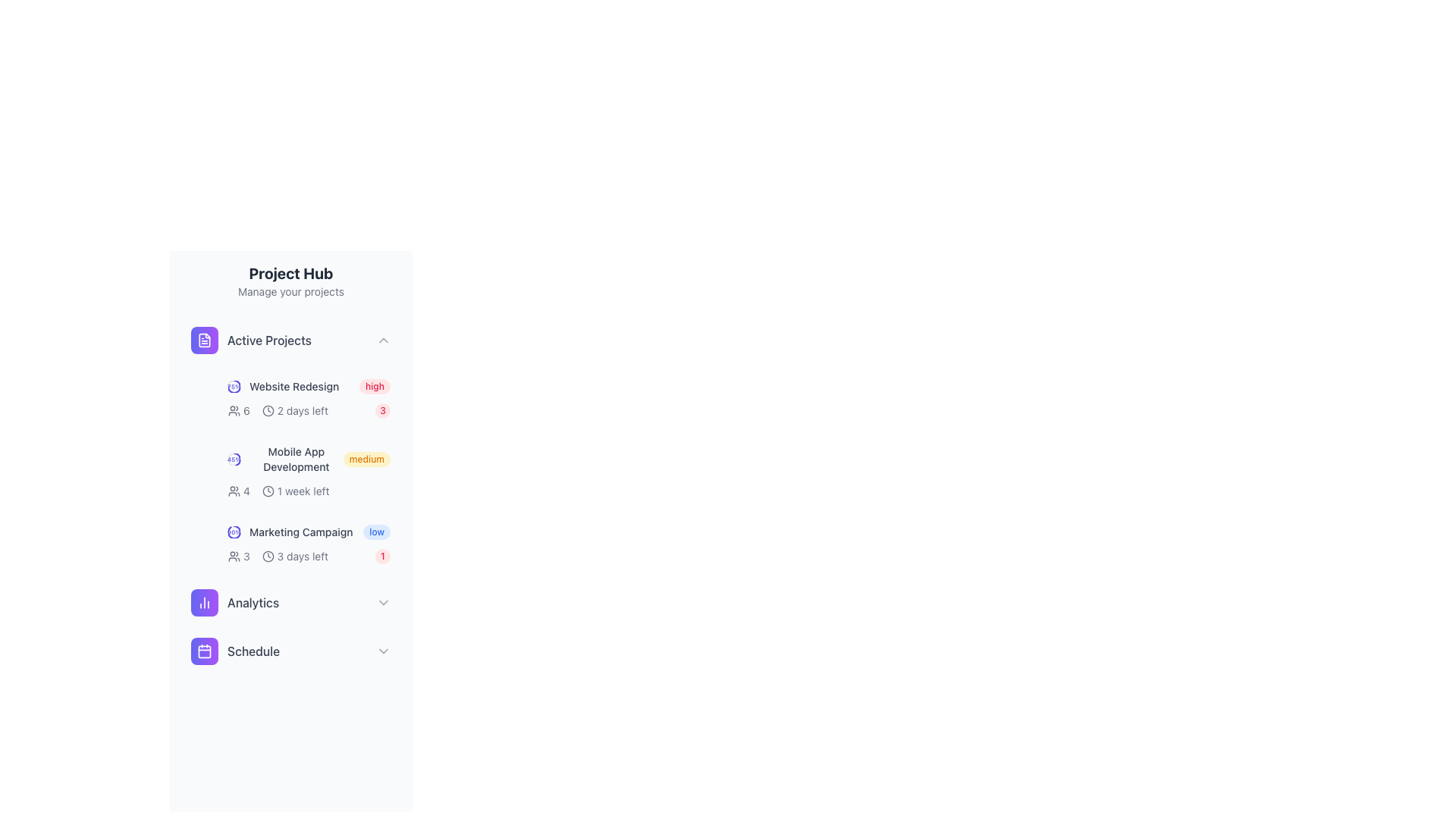 This screenshot has height=819, width=1456. Describe the element at coordinates (296, 491) in the screenshot. I see `the UI label that indicates the time remaining for a specific task within the 'Mobile App Development' project section, which is the second prominent textual label below the project name and member count` at that location.